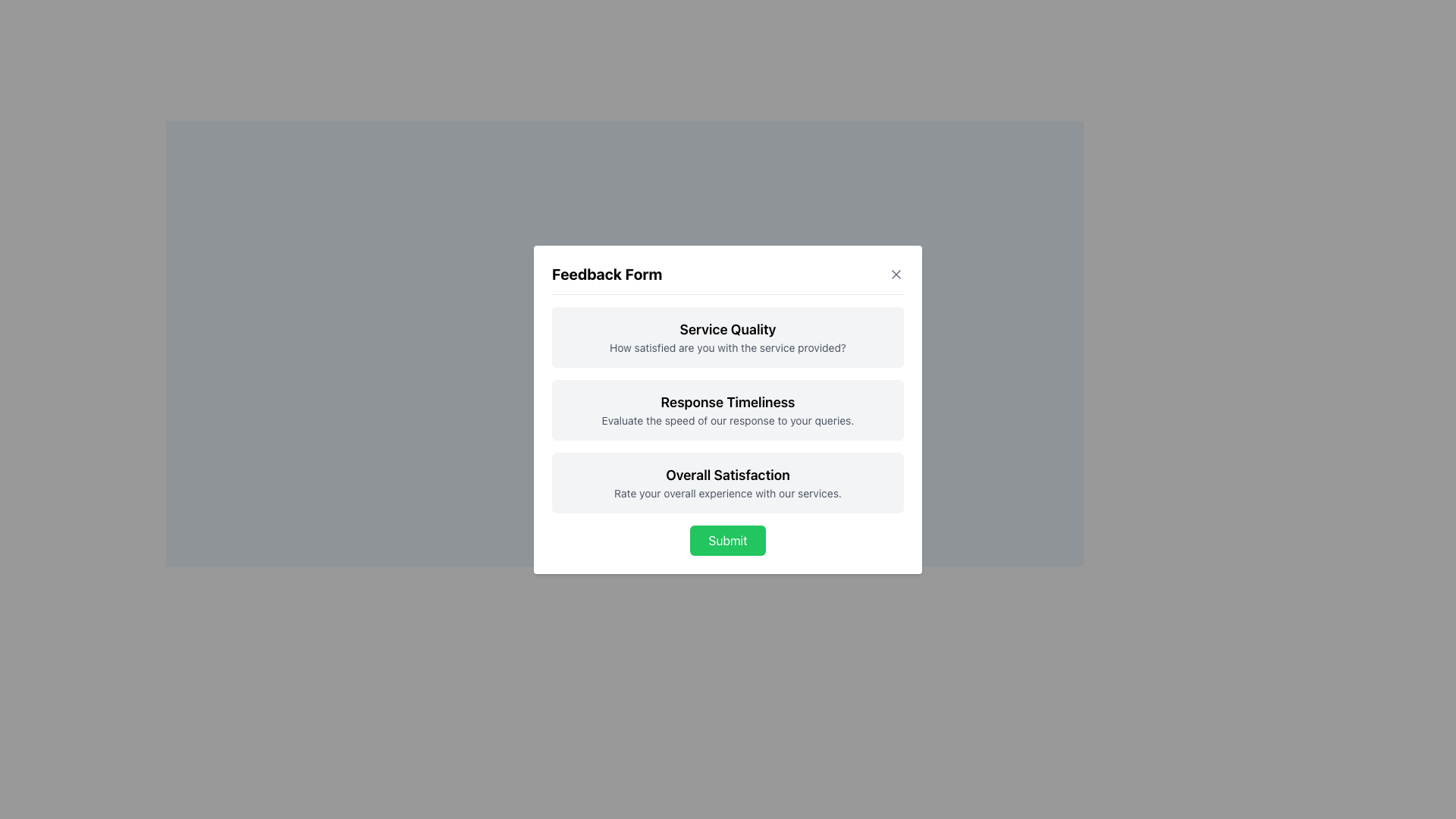 This screenshot has width=1456, height=819. I want to click on the Text Label providing context for evaluating the speed of responses in the feedback form, located below the heading 'Response Timeliness', so click(728, 420).